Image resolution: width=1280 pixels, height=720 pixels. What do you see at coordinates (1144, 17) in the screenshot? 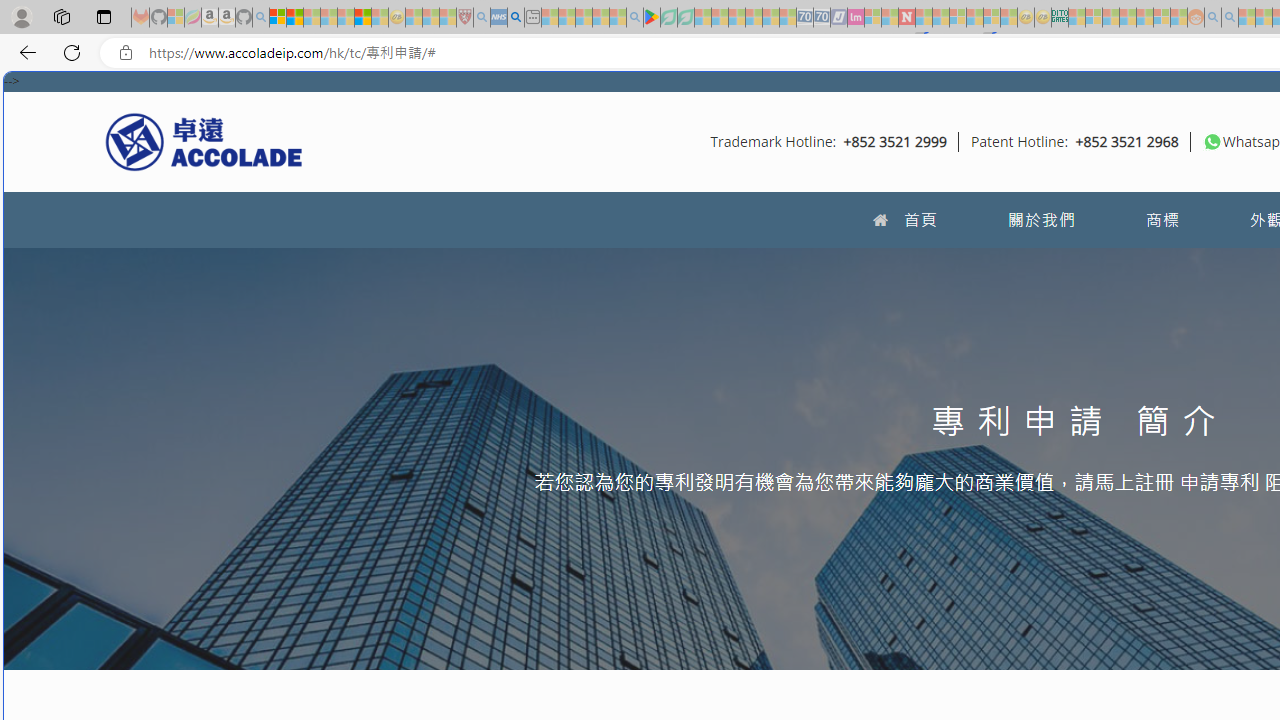
I see `'Kinda Frugal - MSN - Sleeping'` at bounding box center [1144, 17].